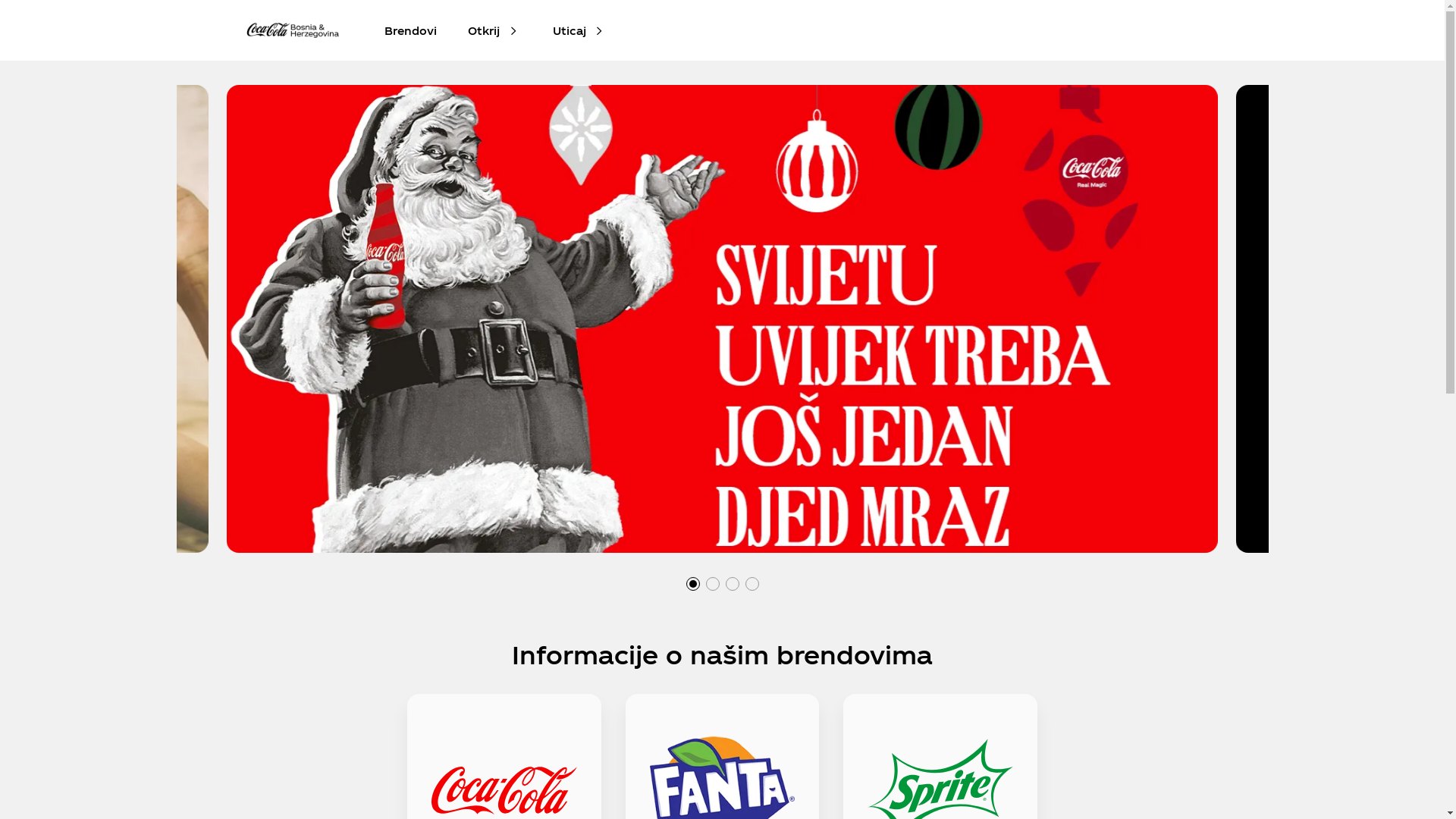  What do you see at coordinates (482, 30) in the screenshot?
I see `'Otkrij'` at bounding box center [482, 30].